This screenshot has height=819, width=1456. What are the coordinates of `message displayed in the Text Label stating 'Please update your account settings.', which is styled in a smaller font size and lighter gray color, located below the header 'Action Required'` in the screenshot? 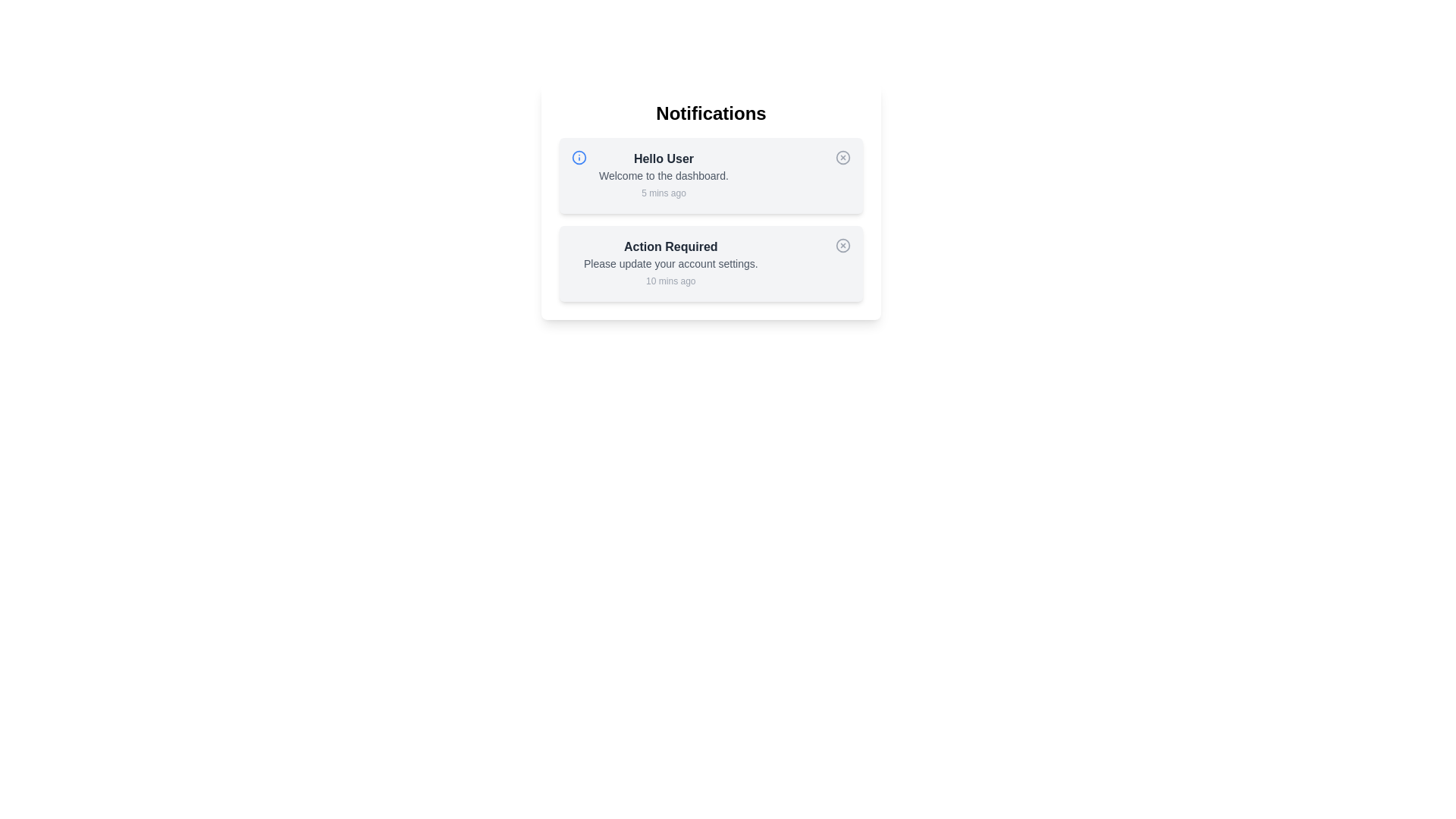 It's located at (670, 262).